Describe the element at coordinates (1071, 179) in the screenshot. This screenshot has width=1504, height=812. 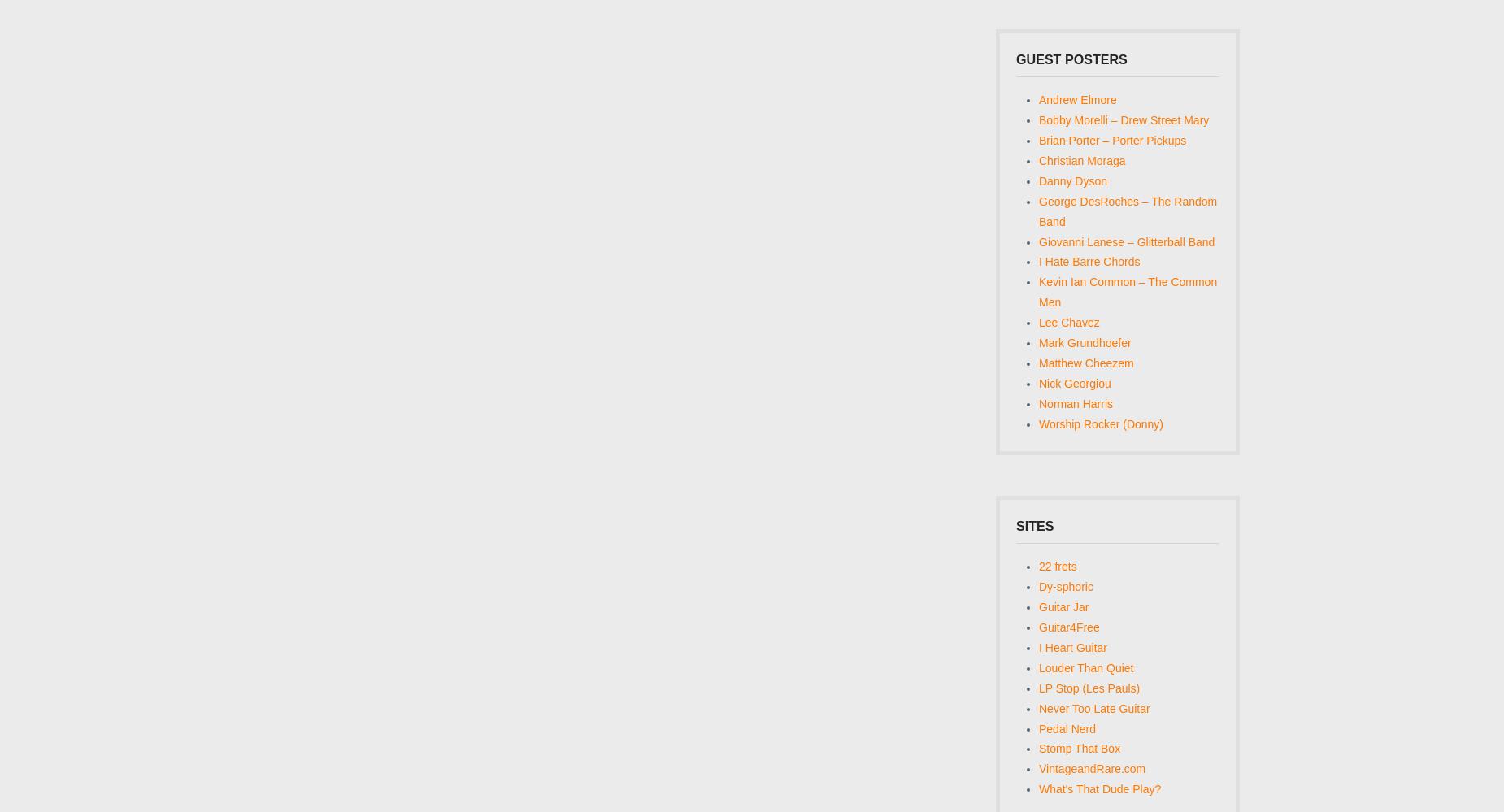
I see `'Danny Dyson'` at that location.